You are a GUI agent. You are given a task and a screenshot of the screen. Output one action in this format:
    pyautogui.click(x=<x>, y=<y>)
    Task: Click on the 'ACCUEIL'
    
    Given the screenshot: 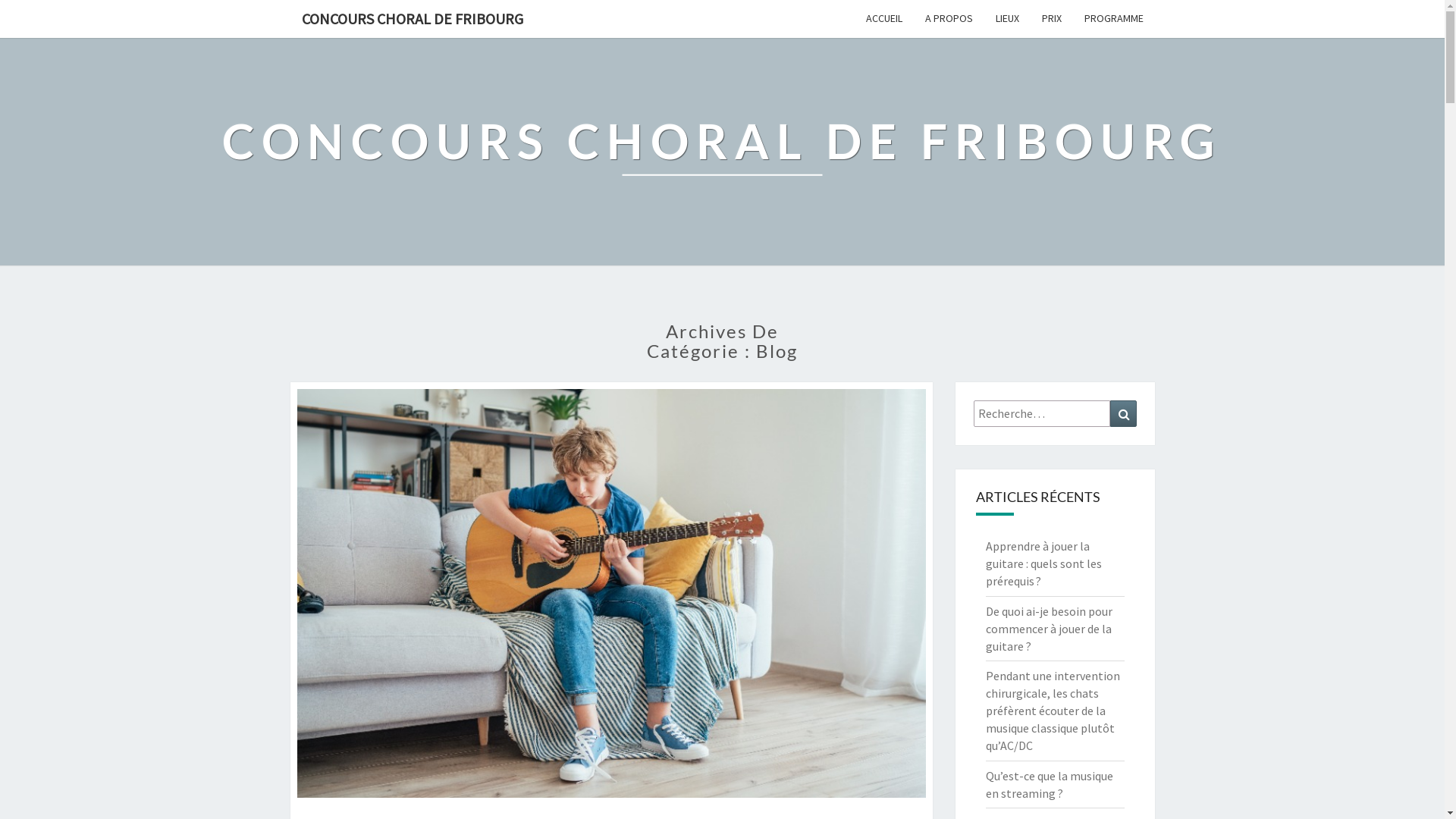 What is the action you would take?
    pyautogui.click(x=883, y=17)
    